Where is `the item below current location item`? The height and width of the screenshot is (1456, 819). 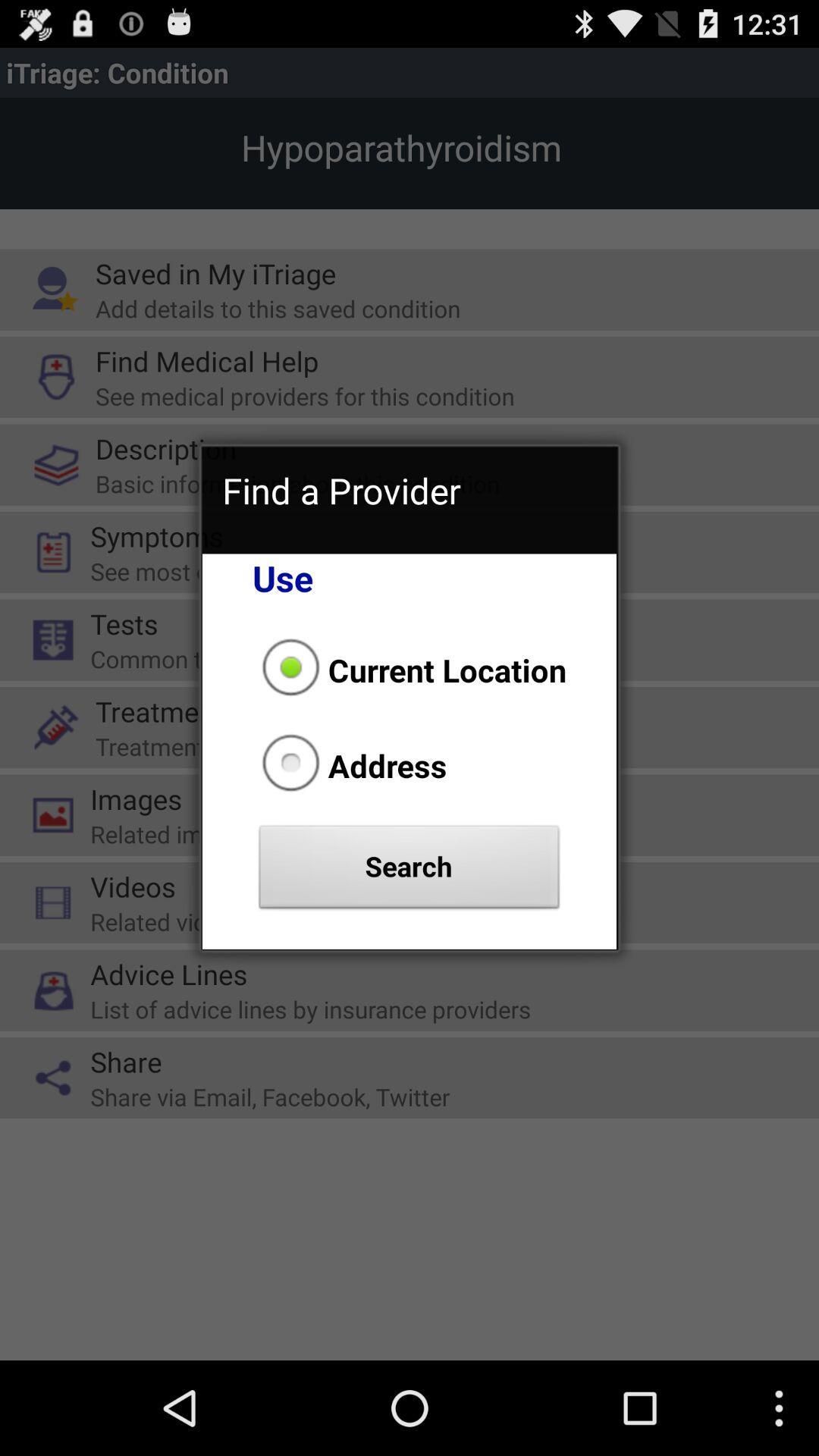
the item below current location item is located at coordinates (350, 765).